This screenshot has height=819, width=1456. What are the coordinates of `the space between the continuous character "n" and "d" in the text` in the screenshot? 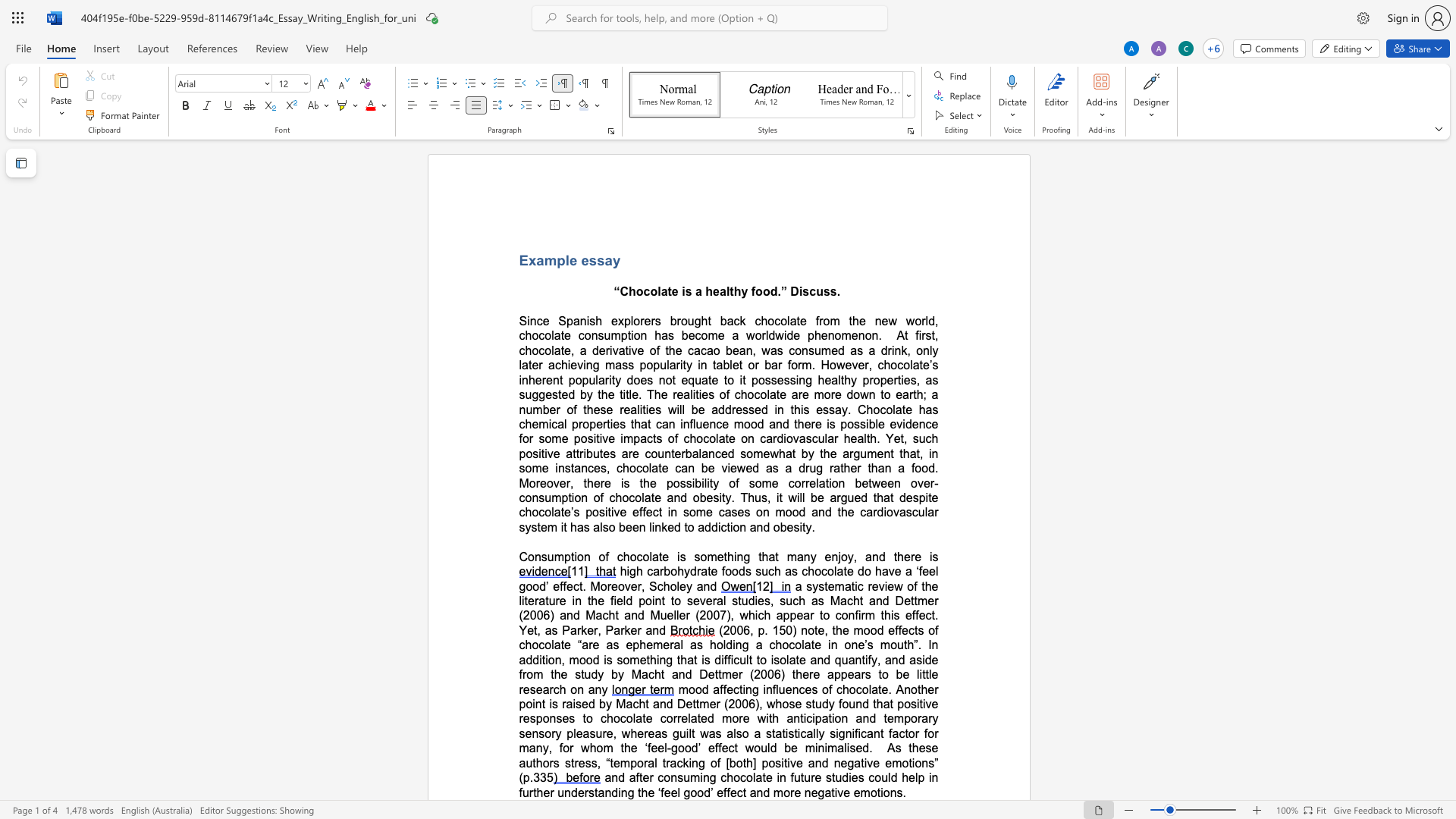 It's located at (709, 585).